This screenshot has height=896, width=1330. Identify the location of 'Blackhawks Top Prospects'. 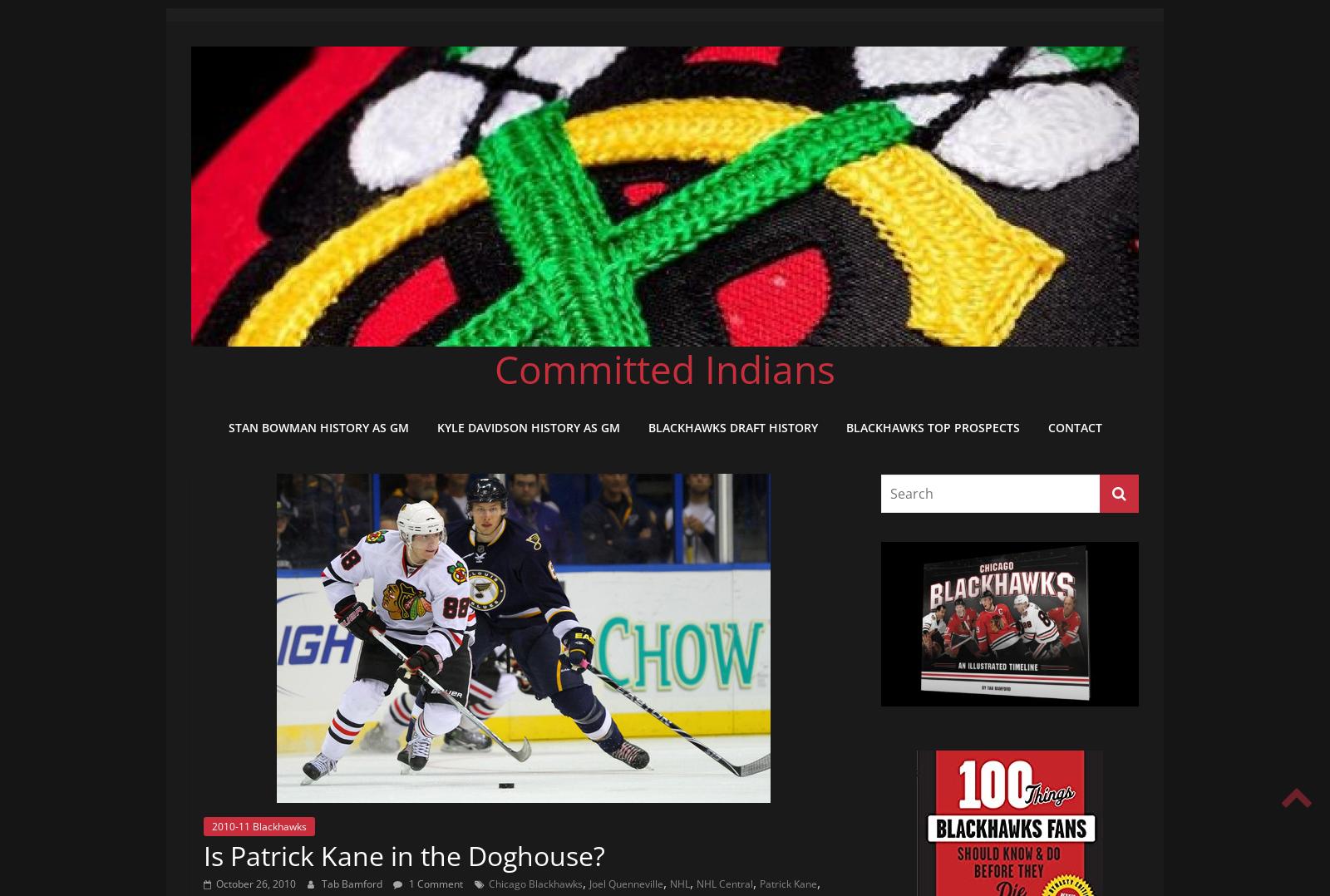
(845, 426).